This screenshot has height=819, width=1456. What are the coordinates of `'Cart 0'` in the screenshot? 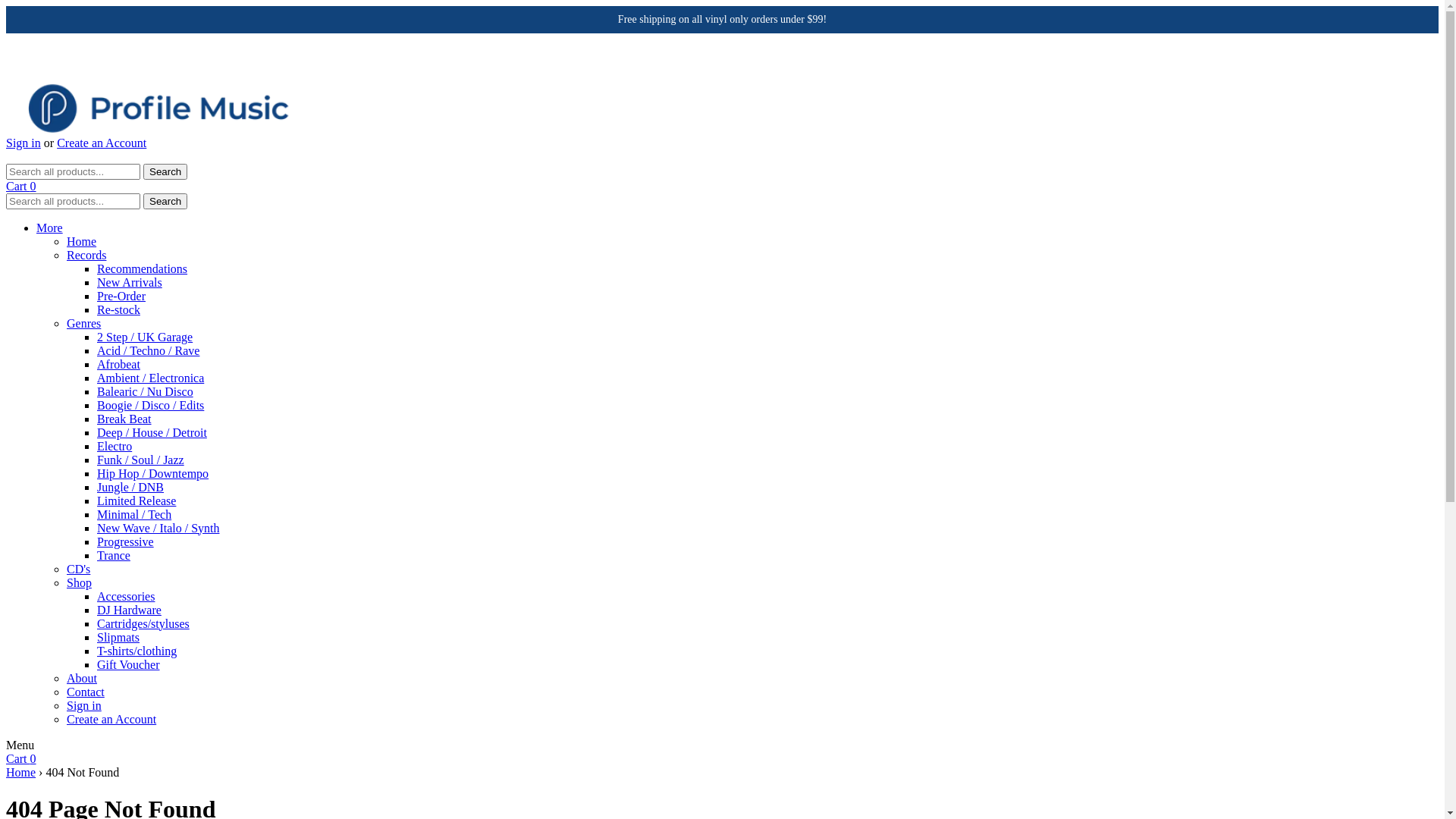 It's located at (21, 185).